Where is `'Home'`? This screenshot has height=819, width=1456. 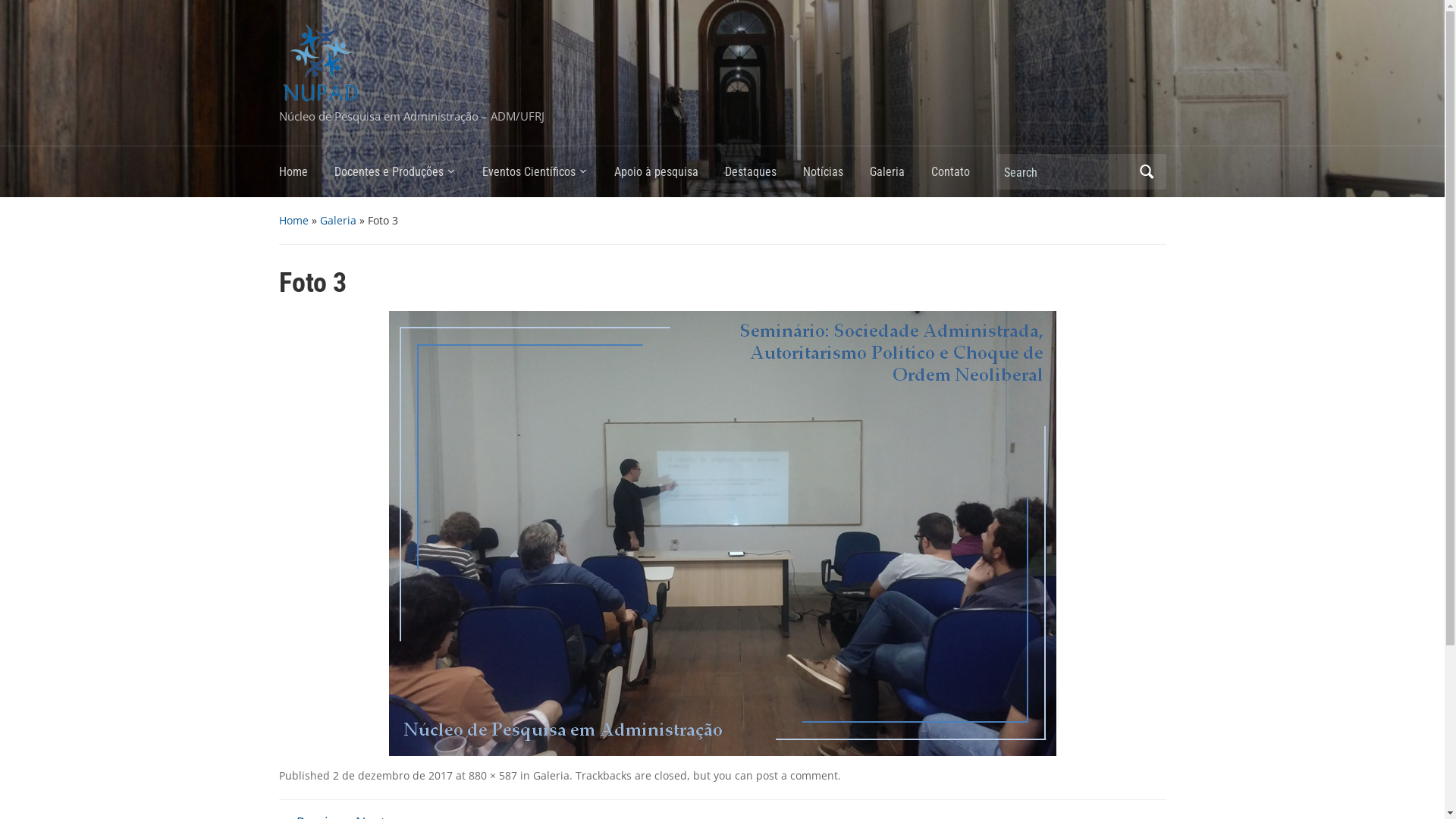
'Home' is located at coordinates (306, 175).